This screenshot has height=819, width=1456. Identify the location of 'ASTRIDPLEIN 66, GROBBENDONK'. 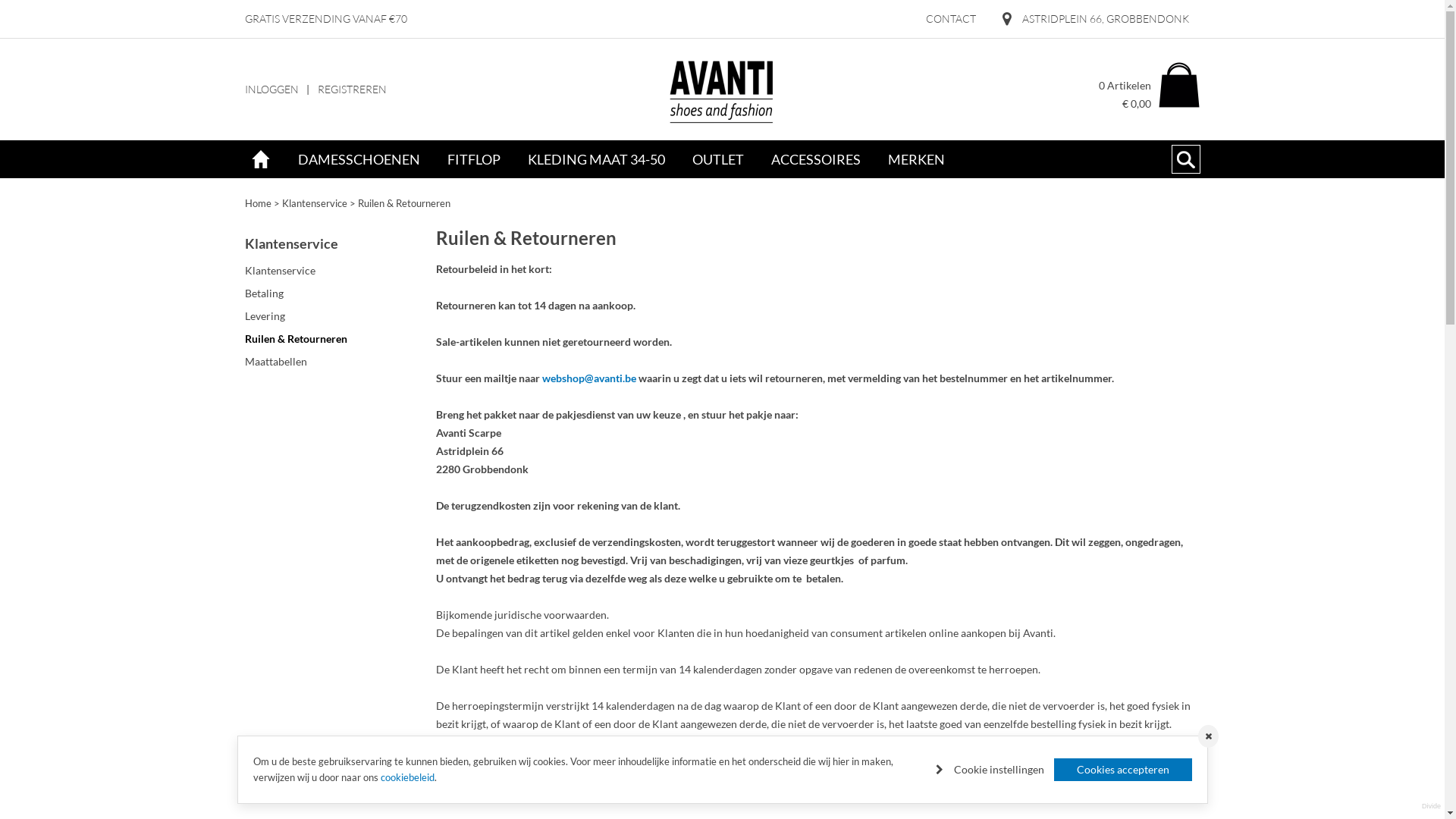
(1095, 18).